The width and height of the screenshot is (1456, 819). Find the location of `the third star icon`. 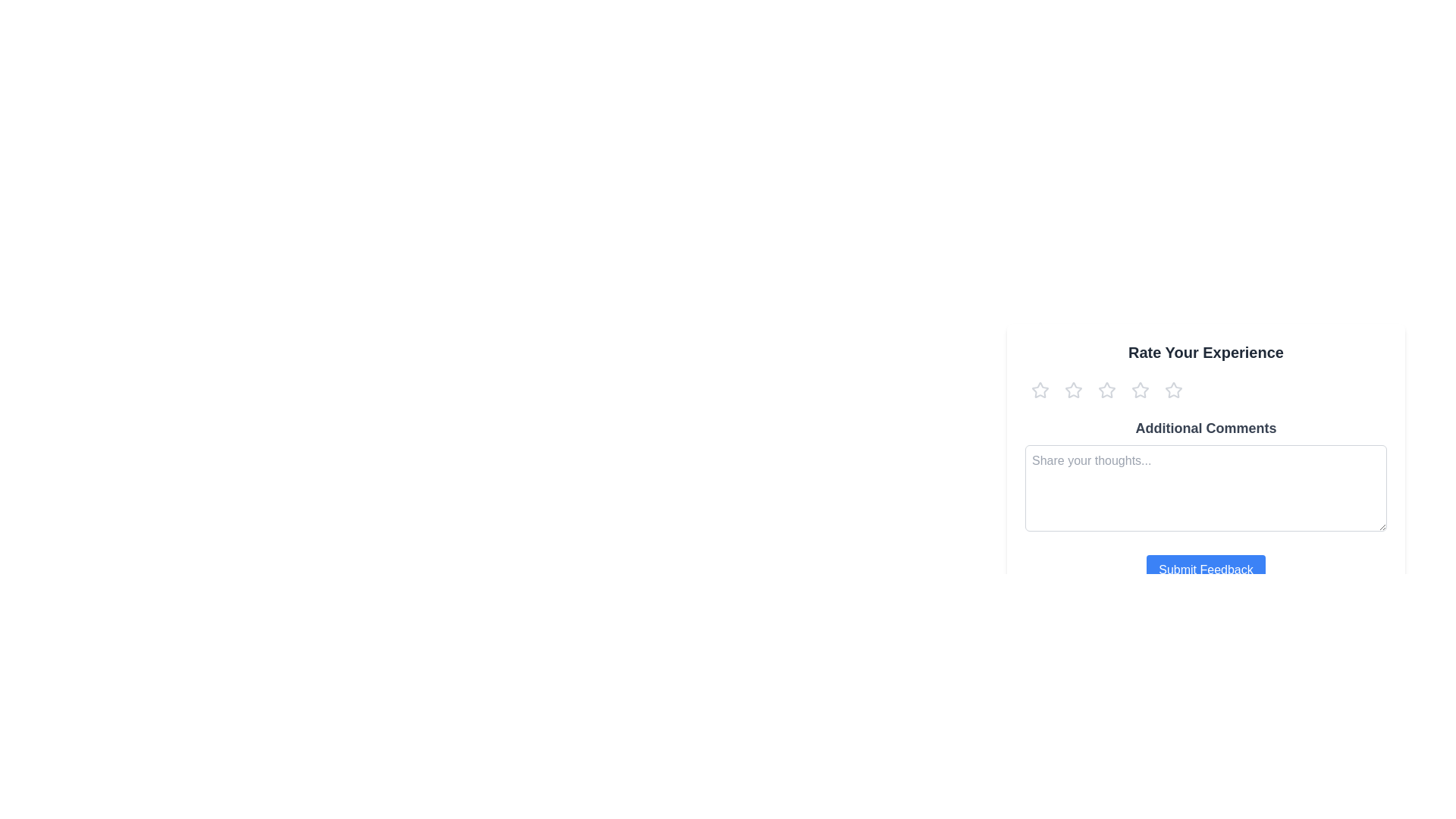

the third star icon is located at coordinates (1140, 389).